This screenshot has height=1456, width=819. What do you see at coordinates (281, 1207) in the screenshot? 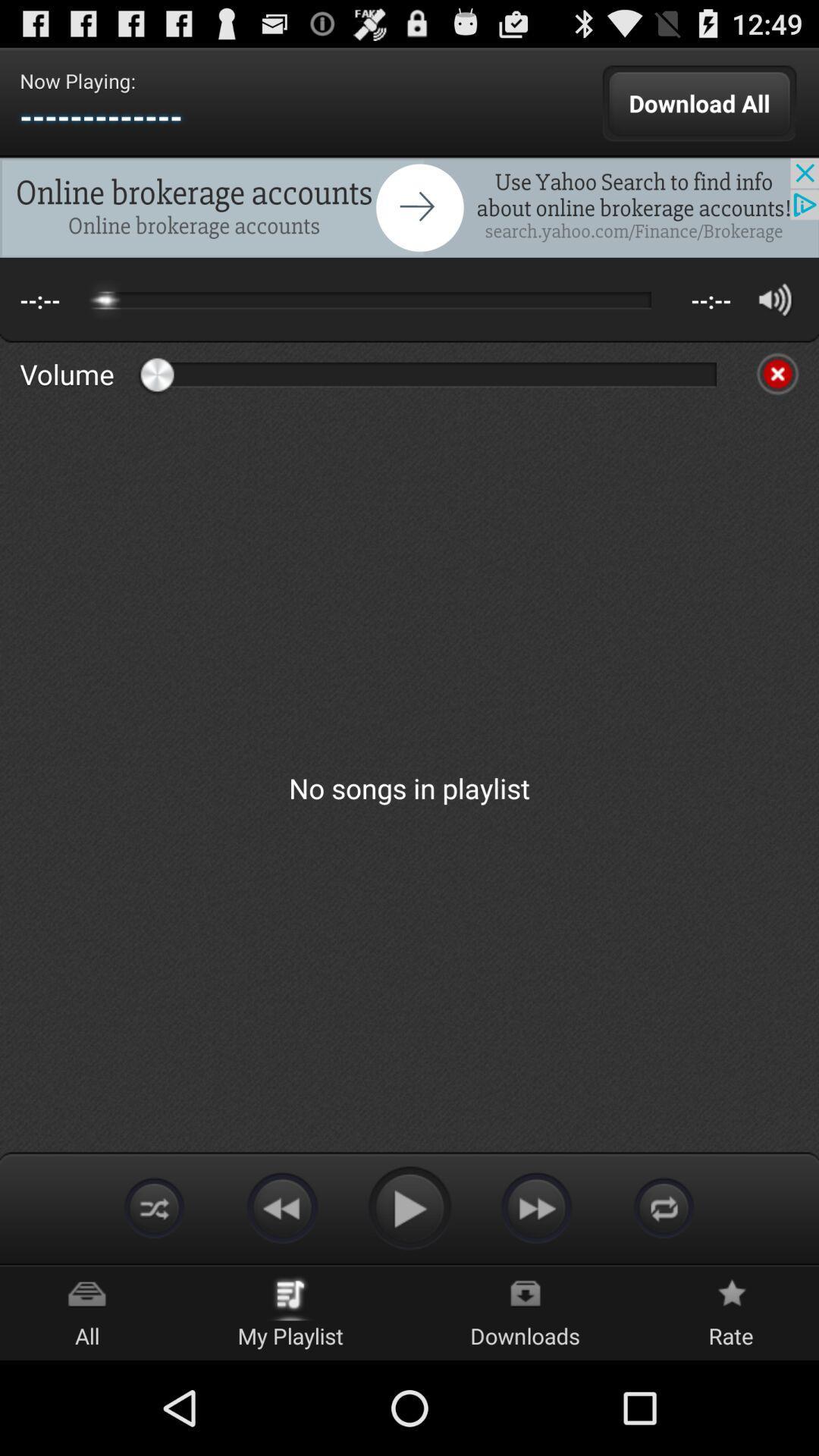
I see `return song` at bounding box center [281, 1207].